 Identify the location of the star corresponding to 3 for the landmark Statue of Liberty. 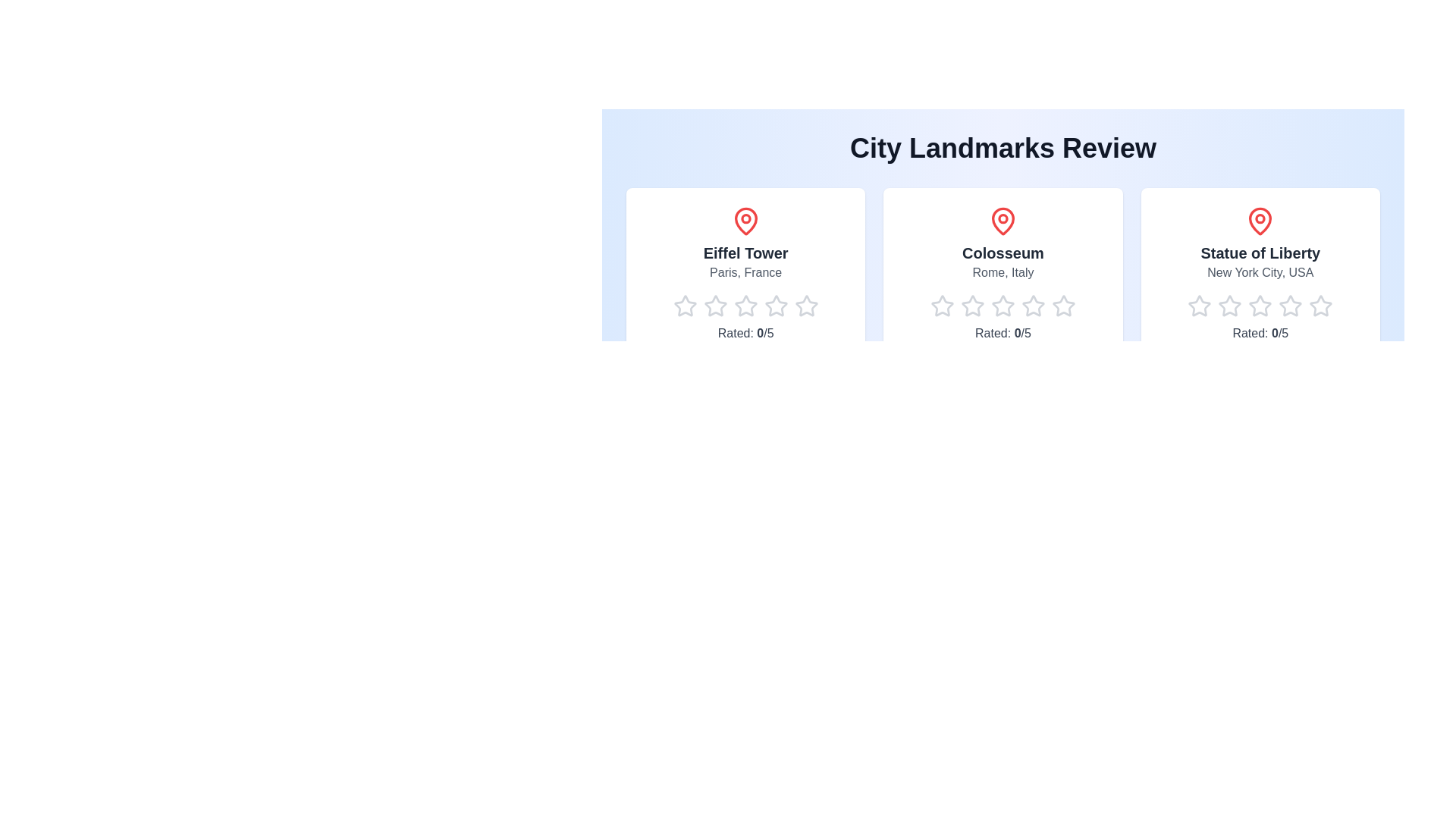
(1248, 306).